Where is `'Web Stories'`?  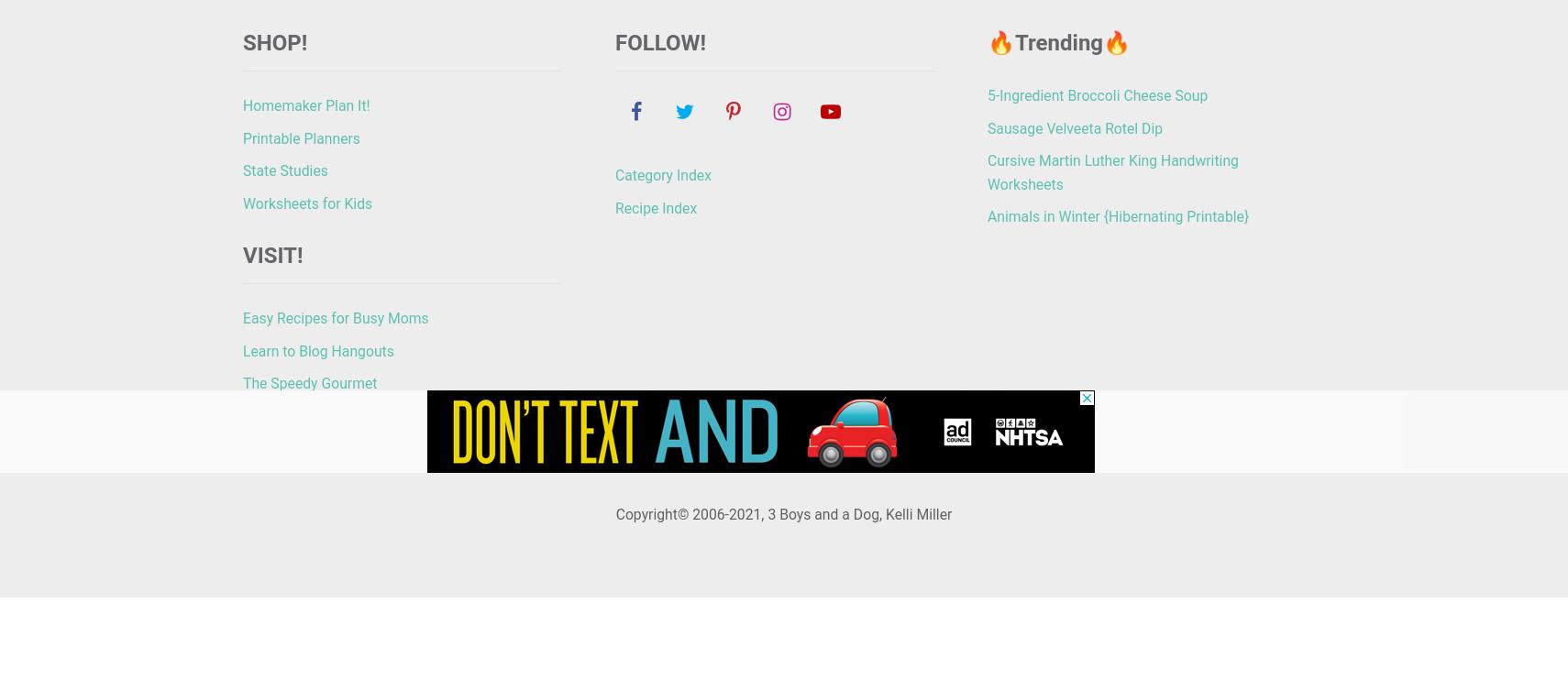
'Web Stories' is located at coordinates (740, 465).